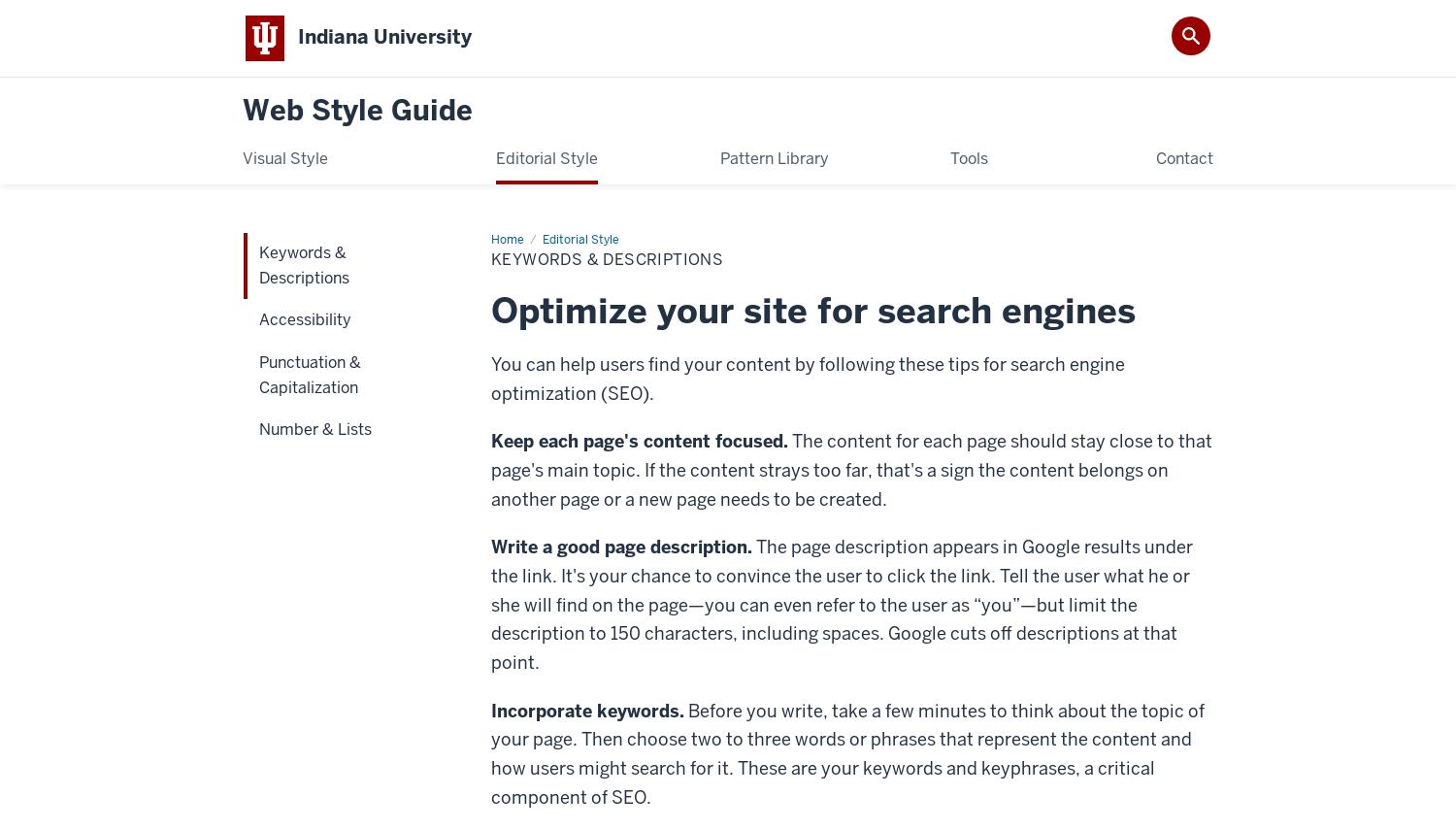 The image size is (1456, 829). I want to click on 'Write a good page description.', so click(621, 545).